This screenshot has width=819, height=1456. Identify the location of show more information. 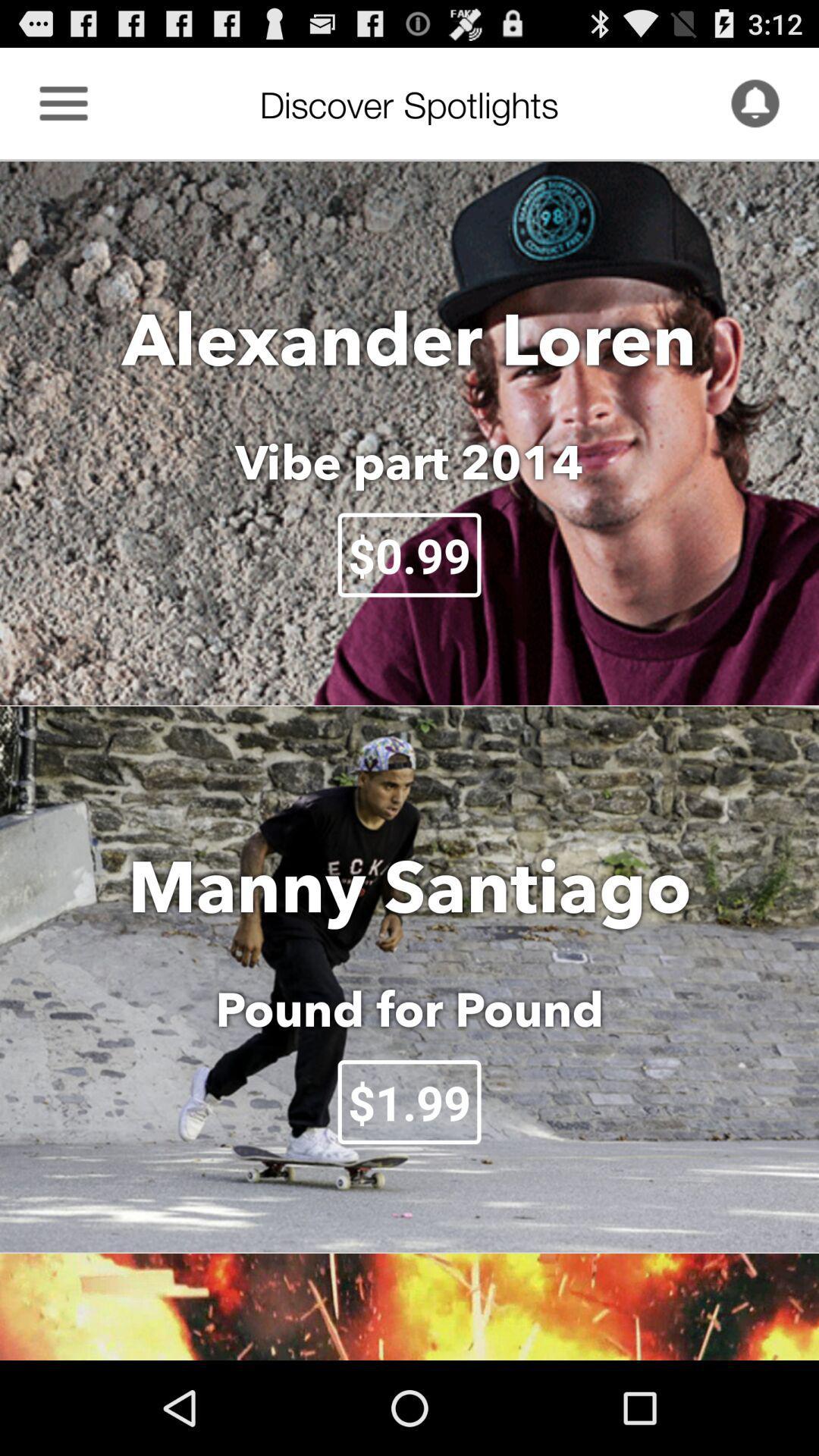
(63, 102).